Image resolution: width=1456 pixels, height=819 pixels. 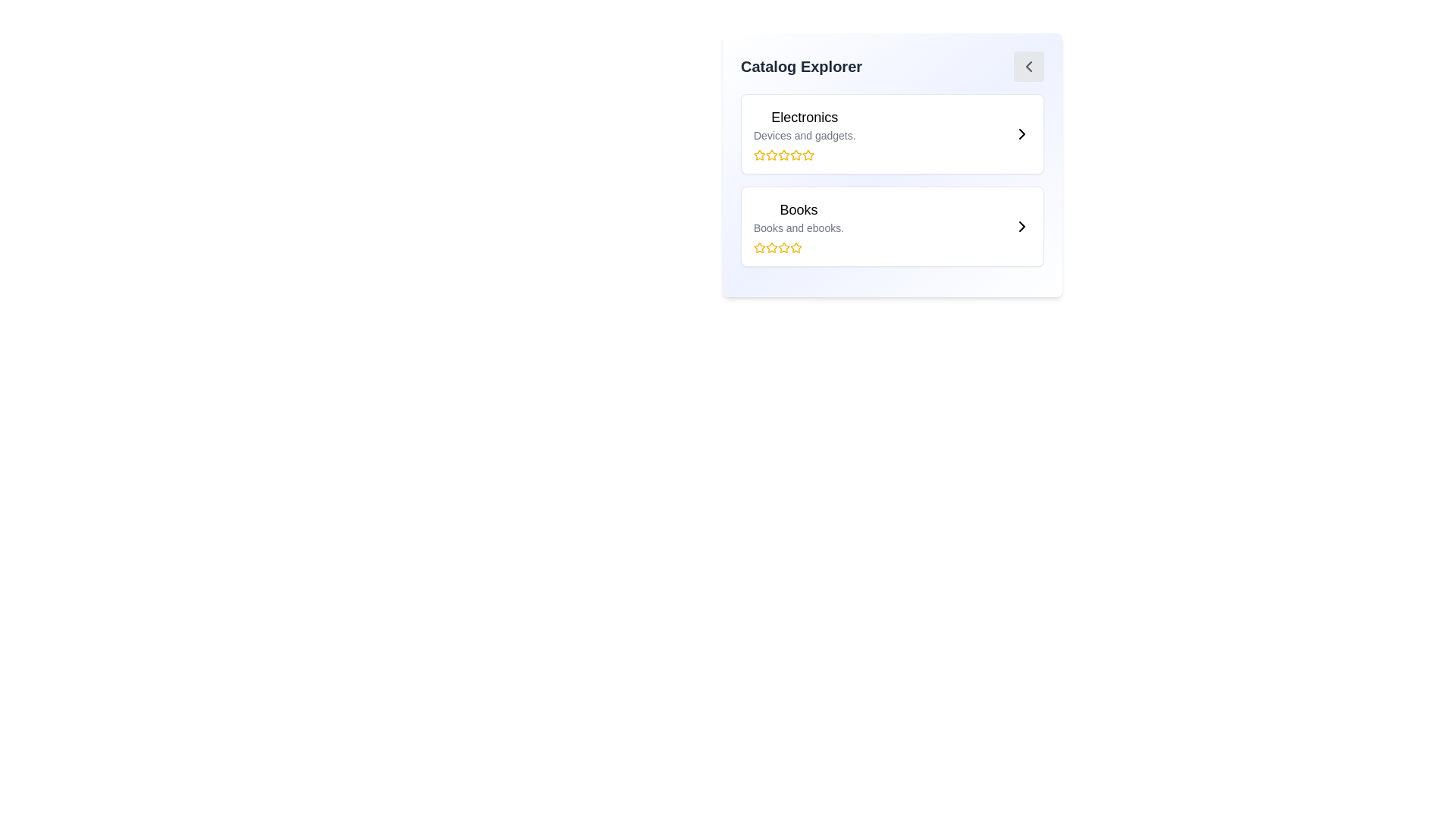 I want to click on the second star in the sequence of five rating stars under the 'Electronics' section in the 'Catalog Explorer' interface, so click(x=783, y=155).